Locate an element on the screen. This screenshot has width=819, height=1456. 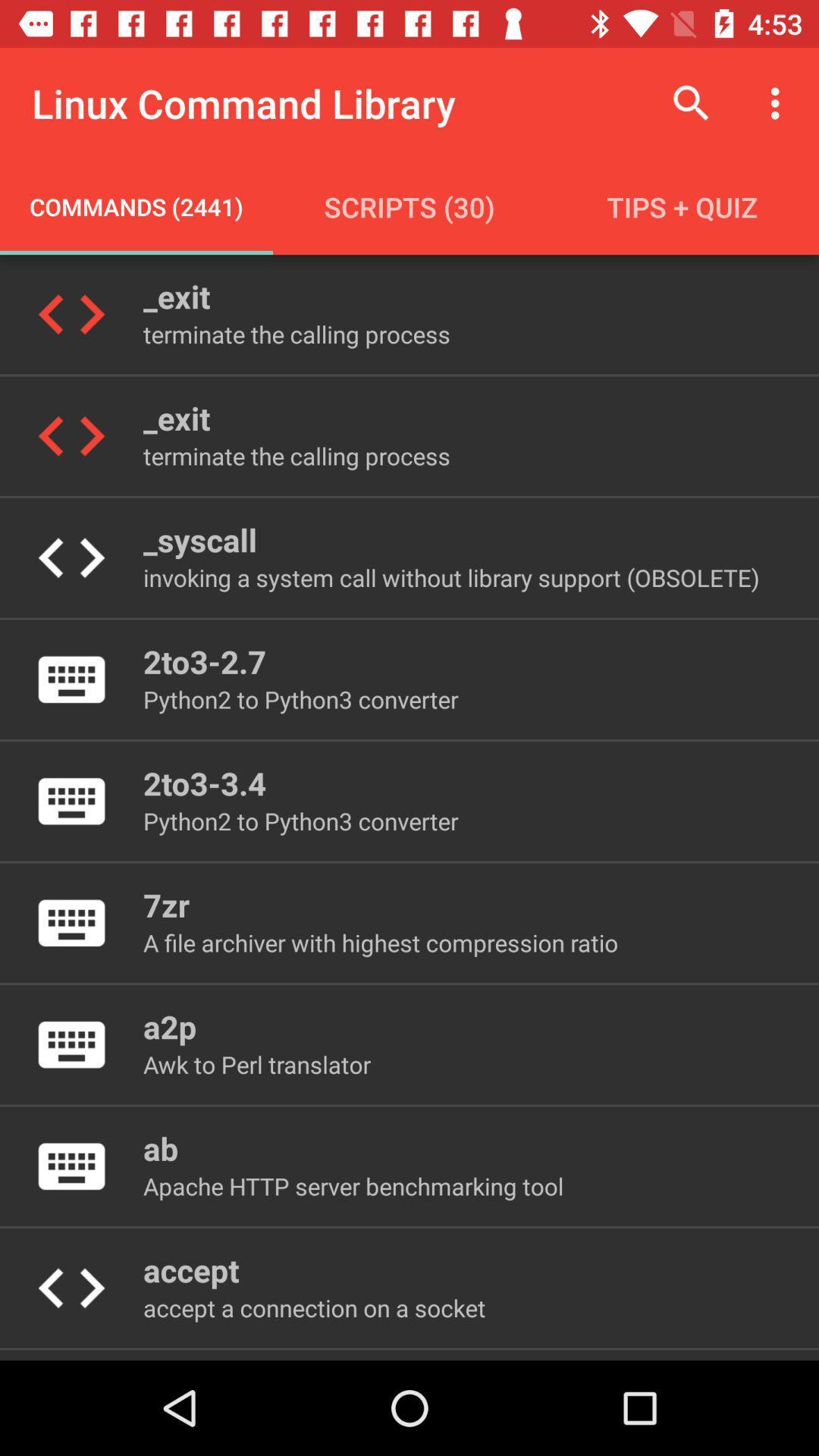
the icon above accept icon is located at coordinates (353, 1185).